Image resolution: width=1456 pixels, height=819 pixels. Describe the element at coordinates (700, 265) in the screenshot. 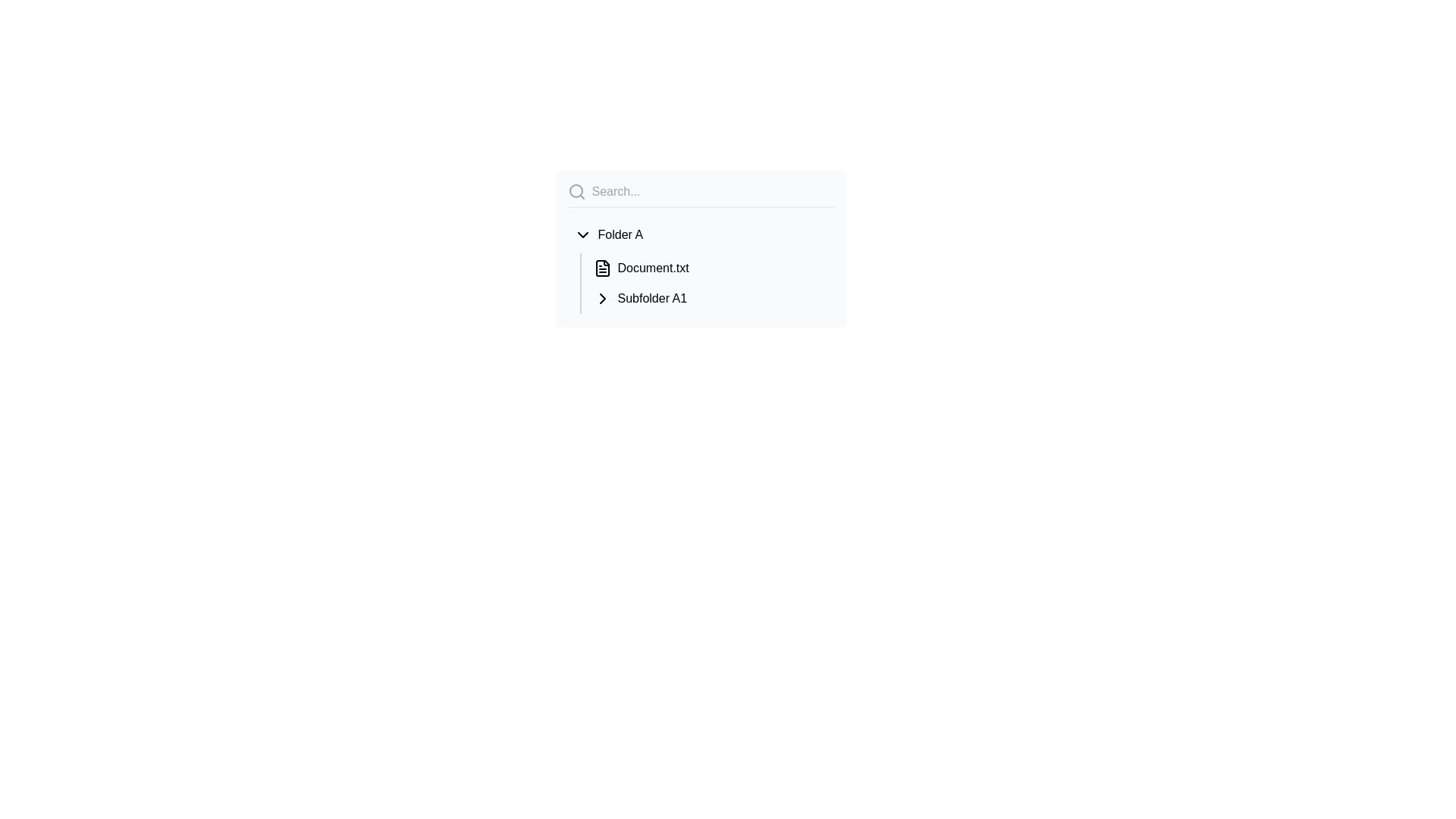

I see `the 'Document.txt' item` at that location.